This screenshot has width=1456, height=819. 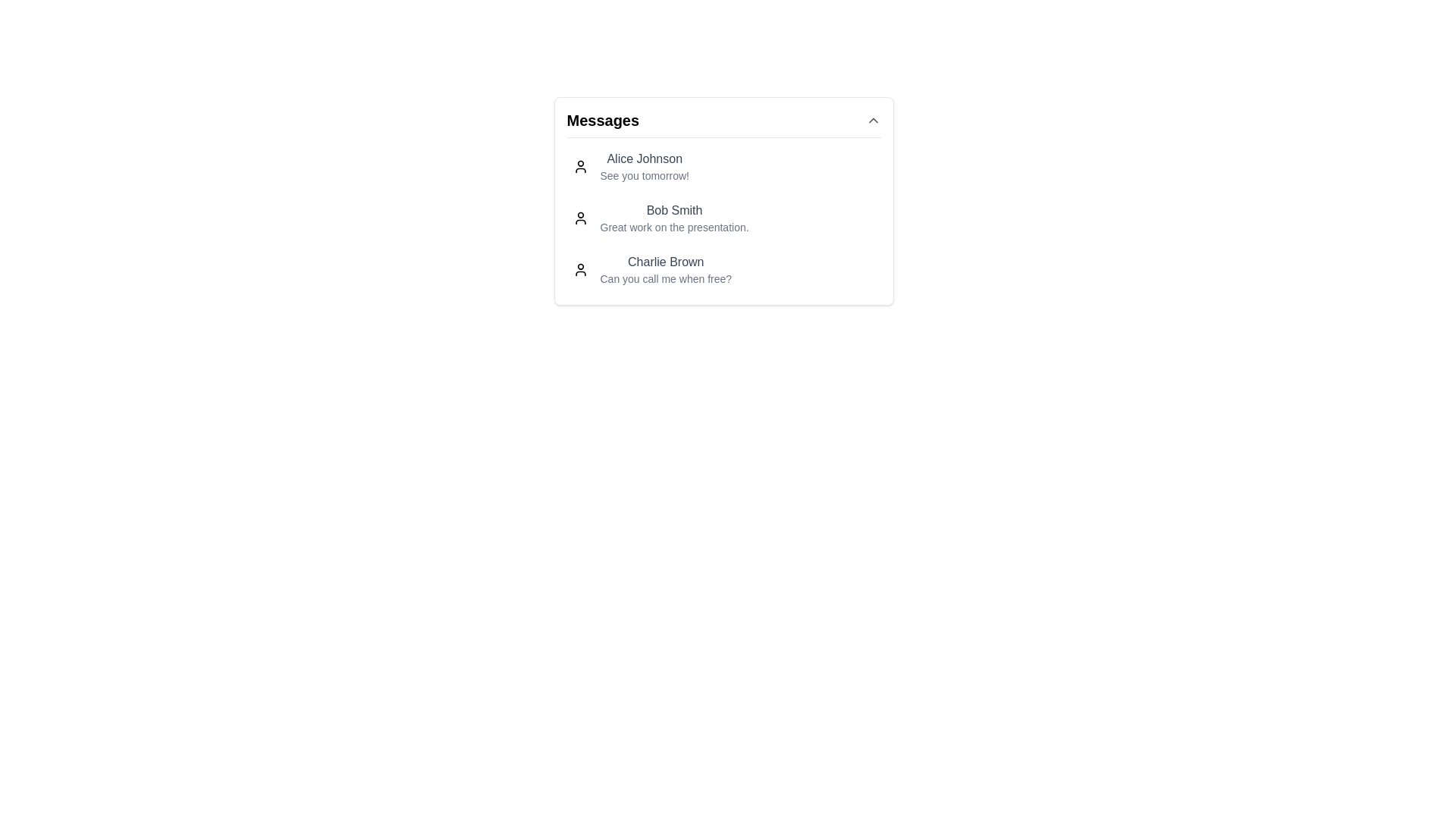 What do you see at coordinates (579, 218) in the screenshot?
I see `the user profile/avatar icon, which is a small line-drawing representation of a person located in the messages list adjacent to Bob Smith's message` at bounding box center [579, 218].